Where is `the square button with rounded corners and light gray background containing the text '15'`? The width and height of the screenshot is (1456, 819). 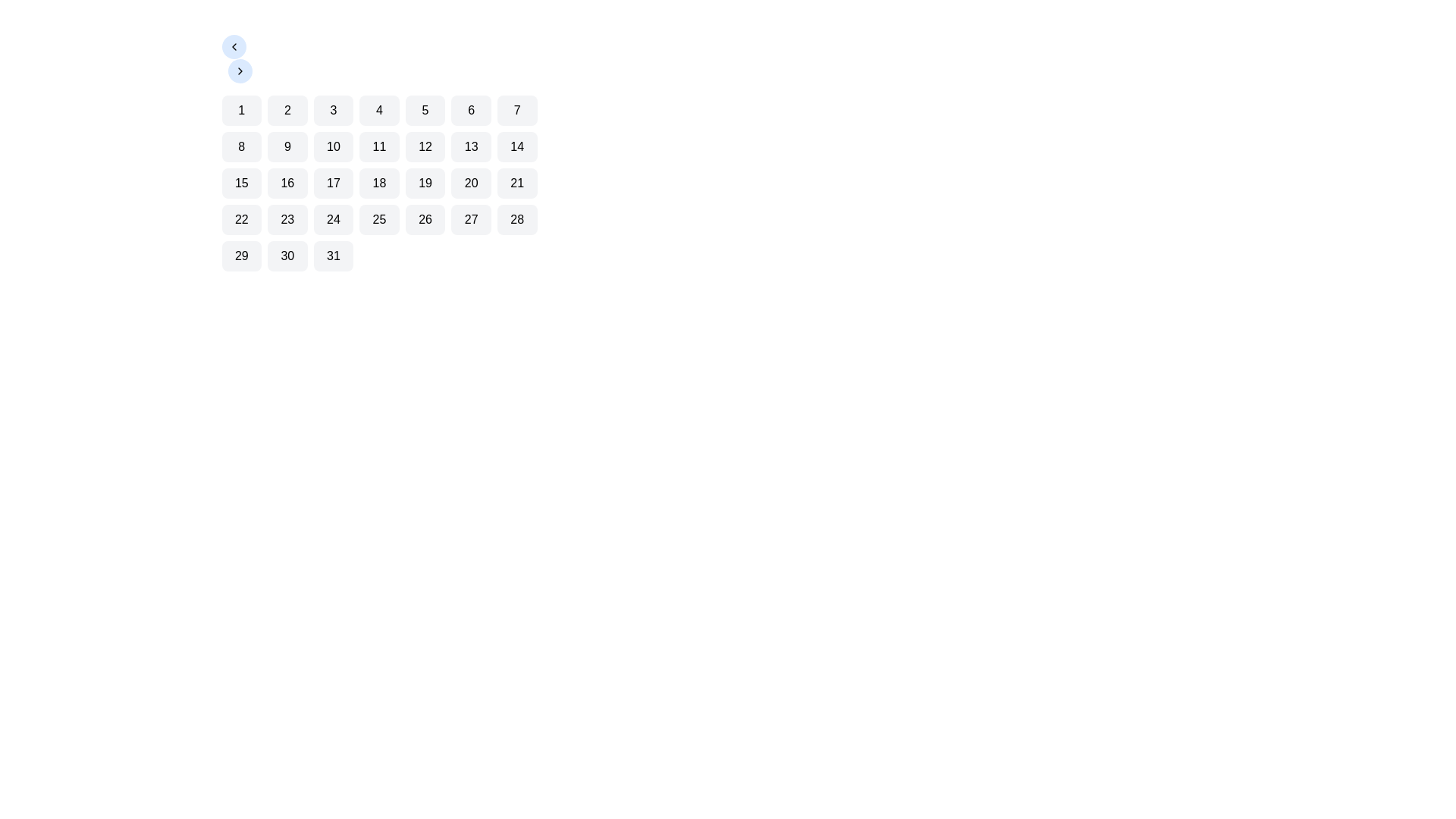
the square button with rounded corners and light gray background containing the text '15' is located at coordinates (240, 183).